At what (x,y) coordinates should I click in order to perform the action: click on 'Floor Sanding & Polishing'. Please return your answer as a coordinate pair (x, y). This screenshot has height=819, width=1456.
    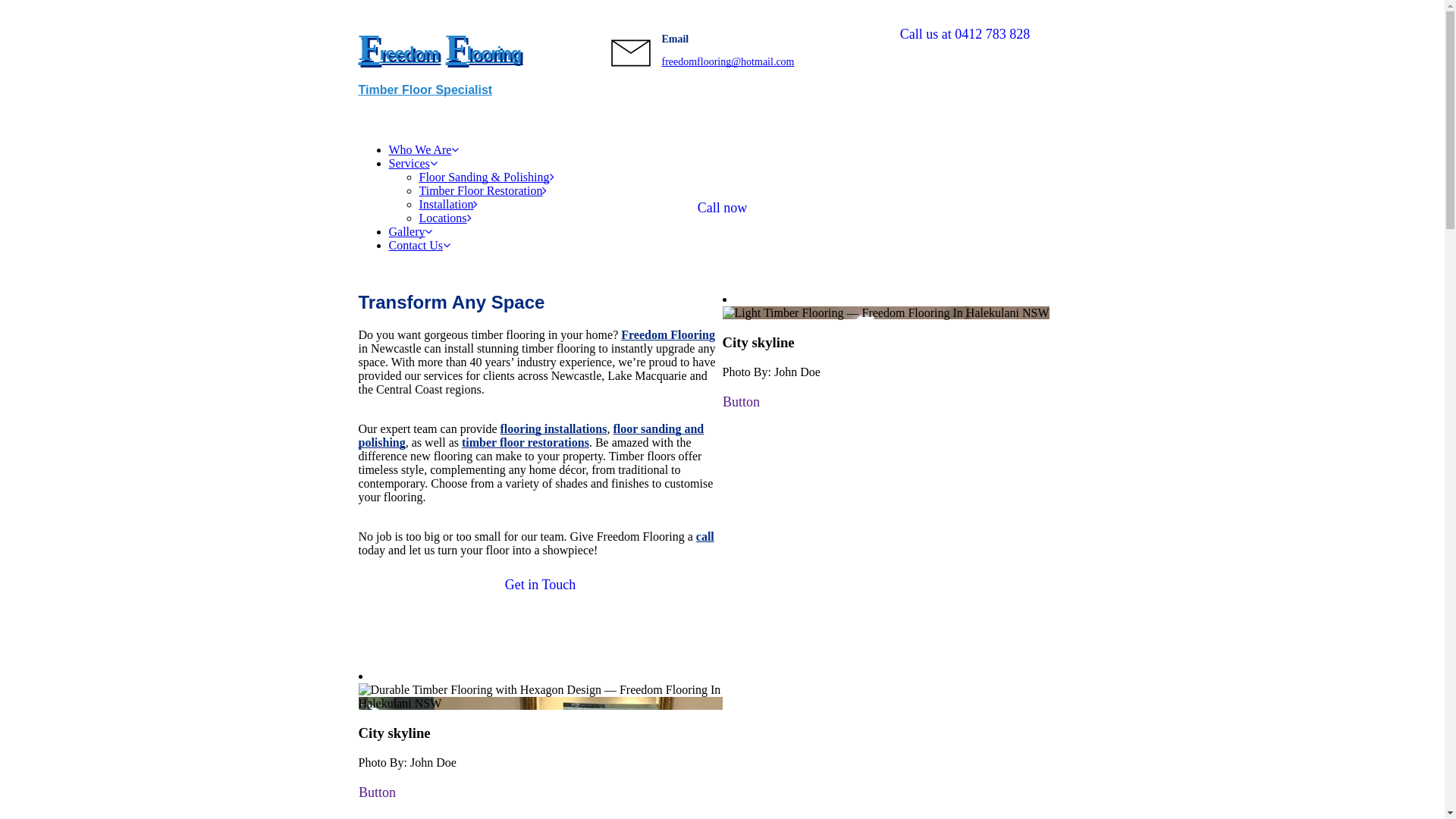
    Looking at the image, I should click on (419, 176).